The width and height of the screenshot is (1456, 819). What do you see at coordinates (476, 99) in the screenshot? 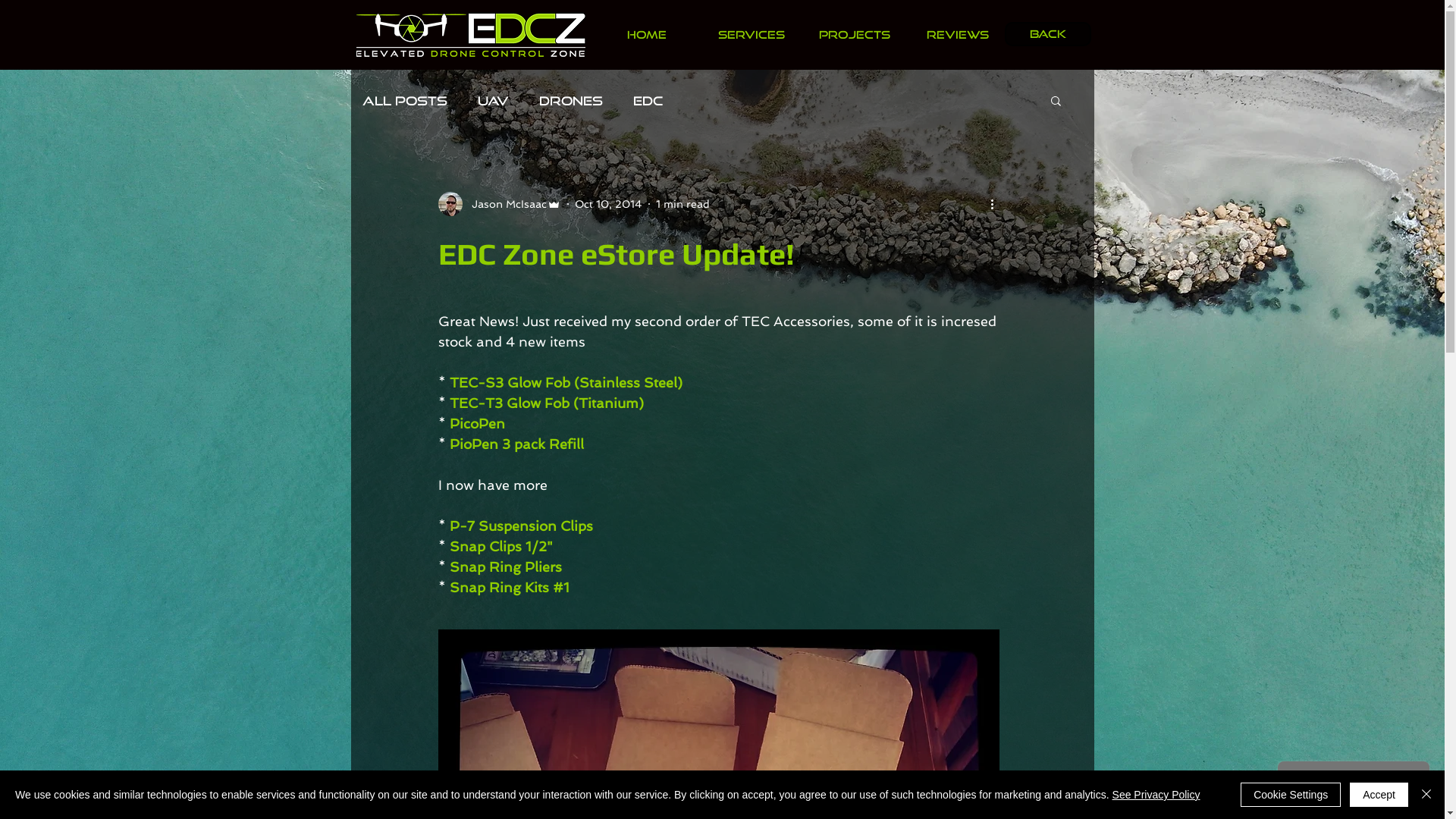
I see `'UAV'` at bounding box center [476, 99].